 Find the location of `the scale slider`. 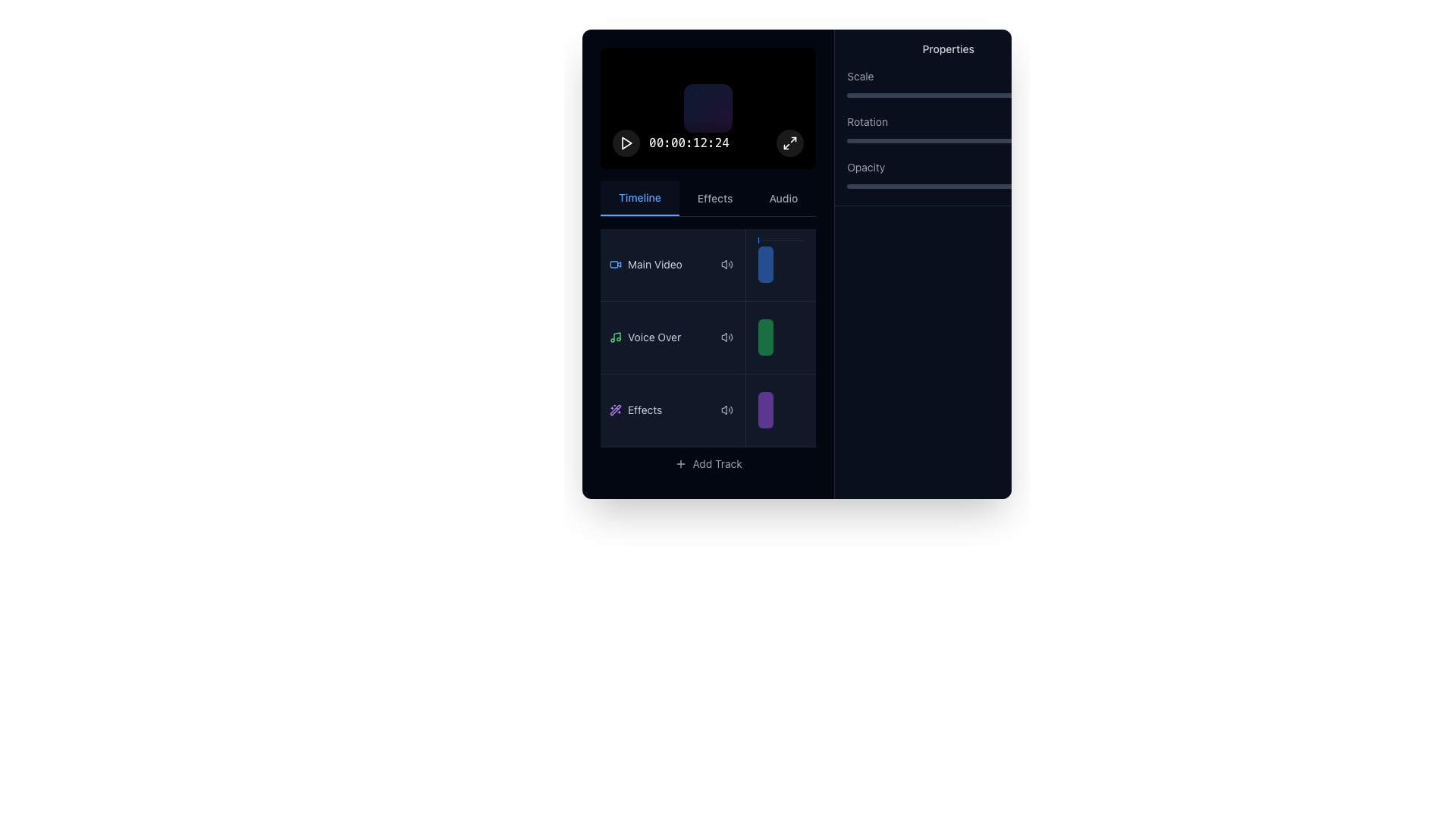

the scale slider is located at coordinates (880, 96).